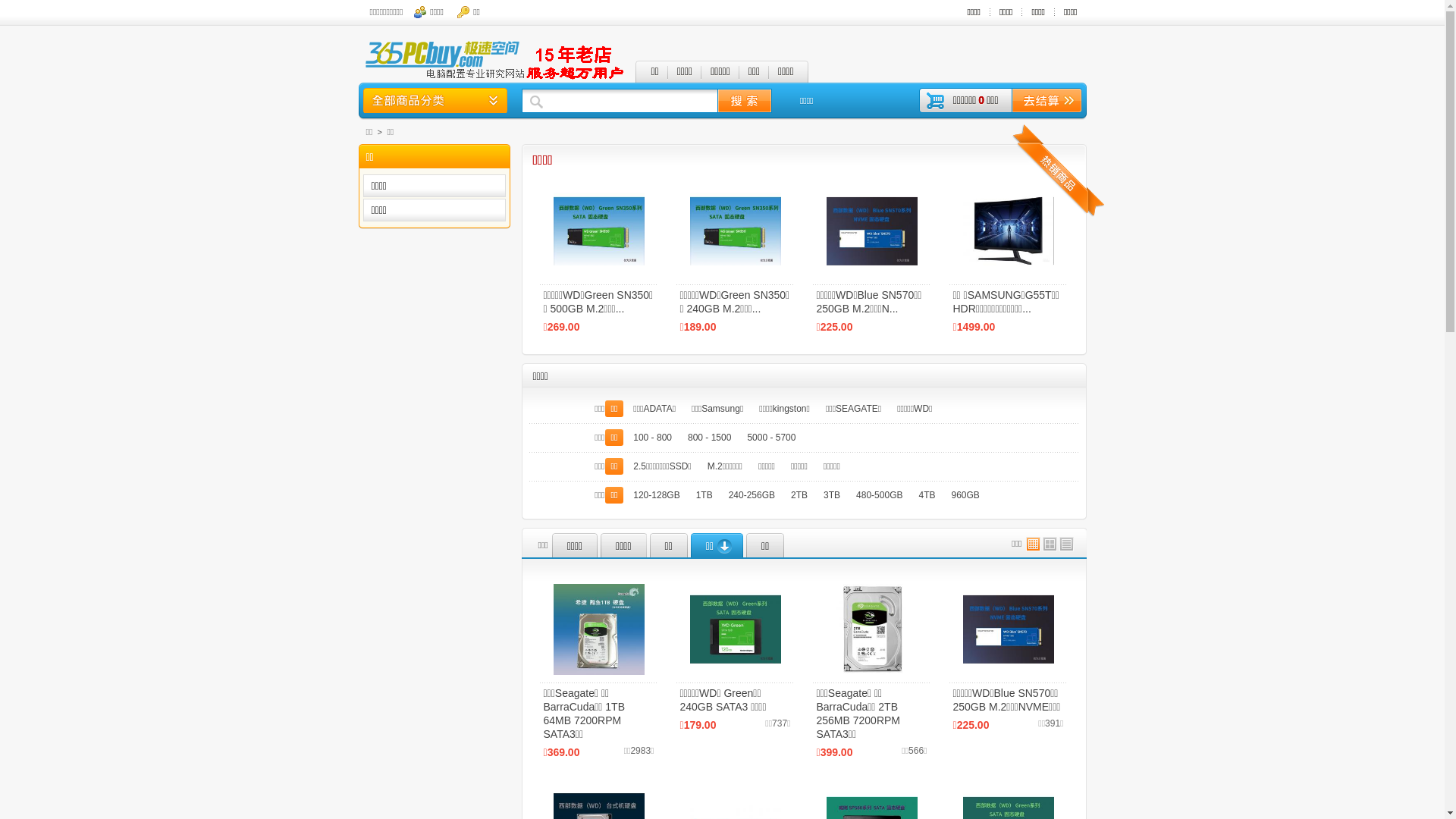 This screenshot has width=1456, height=819. I want to click on '2TB', so click(799, 494).